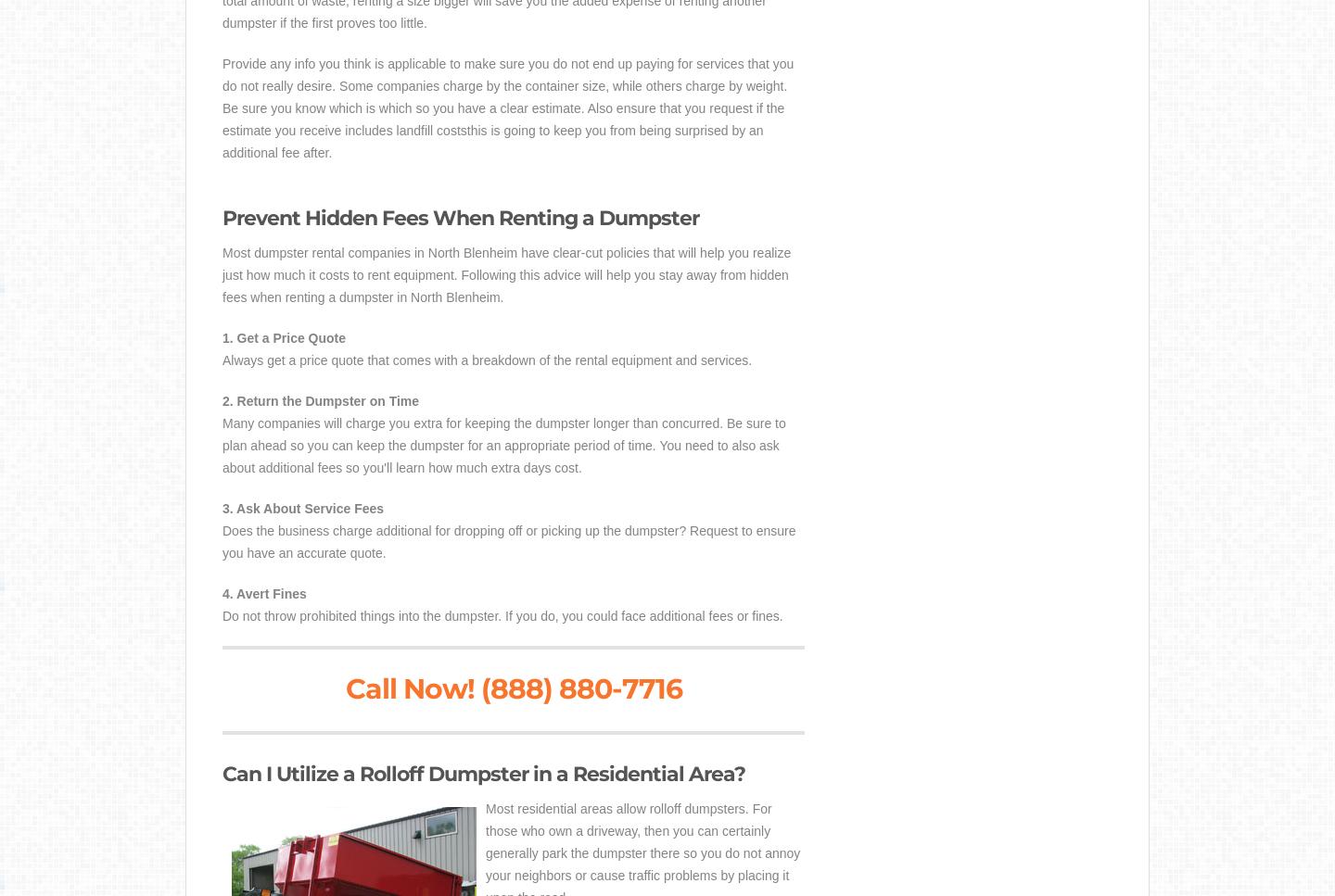 The image size is (1335, 896). I want to click on 'Most dumpster rental companies in North Blenheim have clear-cut policies that will help you realize just how much it costs to rent equipment. Following this advice will help you stay away from hidden fees when renting a dumpster in North Blenheim.', so click(506, 273).